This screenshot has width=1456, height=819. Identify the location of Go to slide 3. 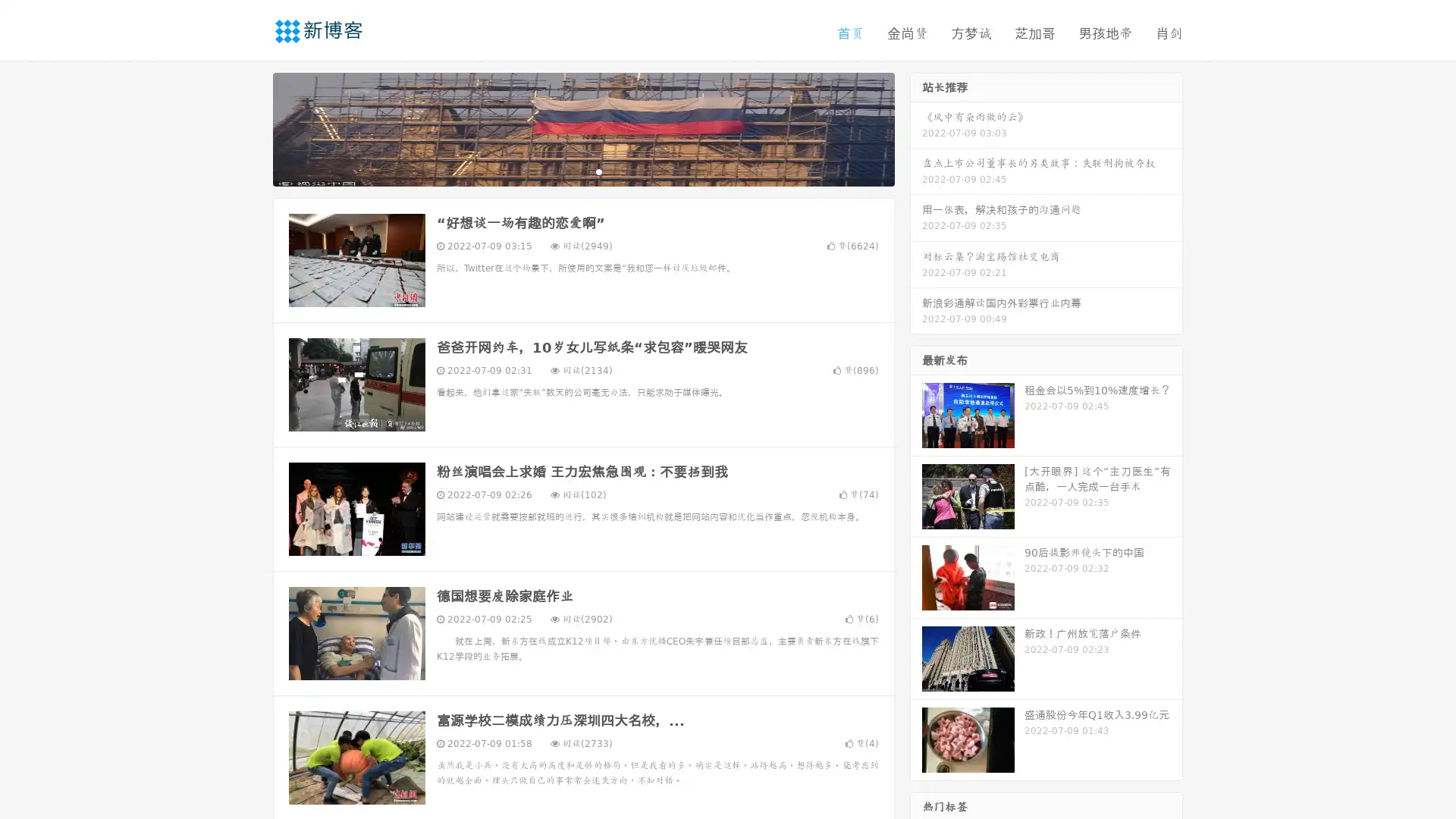
(598, 171).